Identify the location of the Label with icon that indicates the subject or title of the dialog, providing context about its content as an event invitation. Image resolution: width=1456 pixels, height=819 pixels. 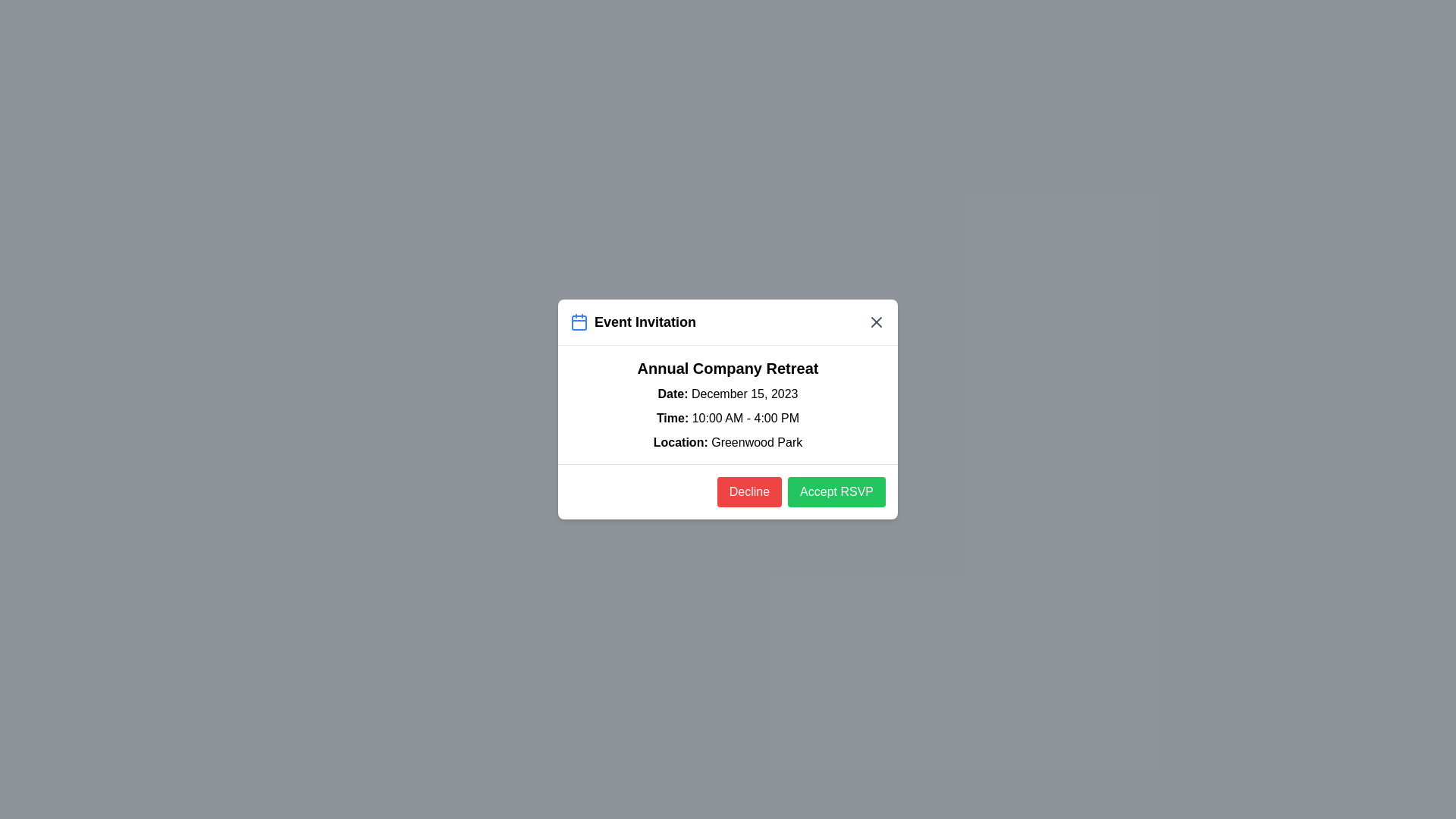
(633, 321).